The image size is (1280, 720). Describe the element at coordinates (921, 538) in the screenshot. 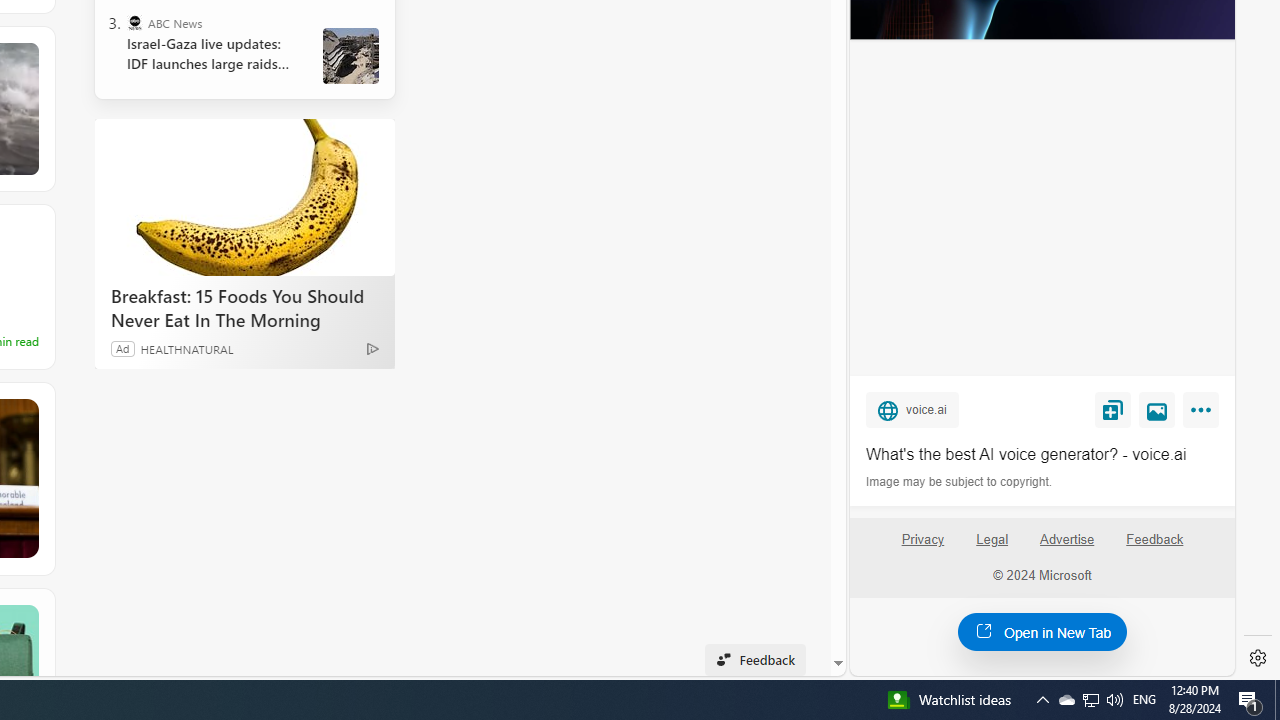

I see `'Privacy'` at that location.